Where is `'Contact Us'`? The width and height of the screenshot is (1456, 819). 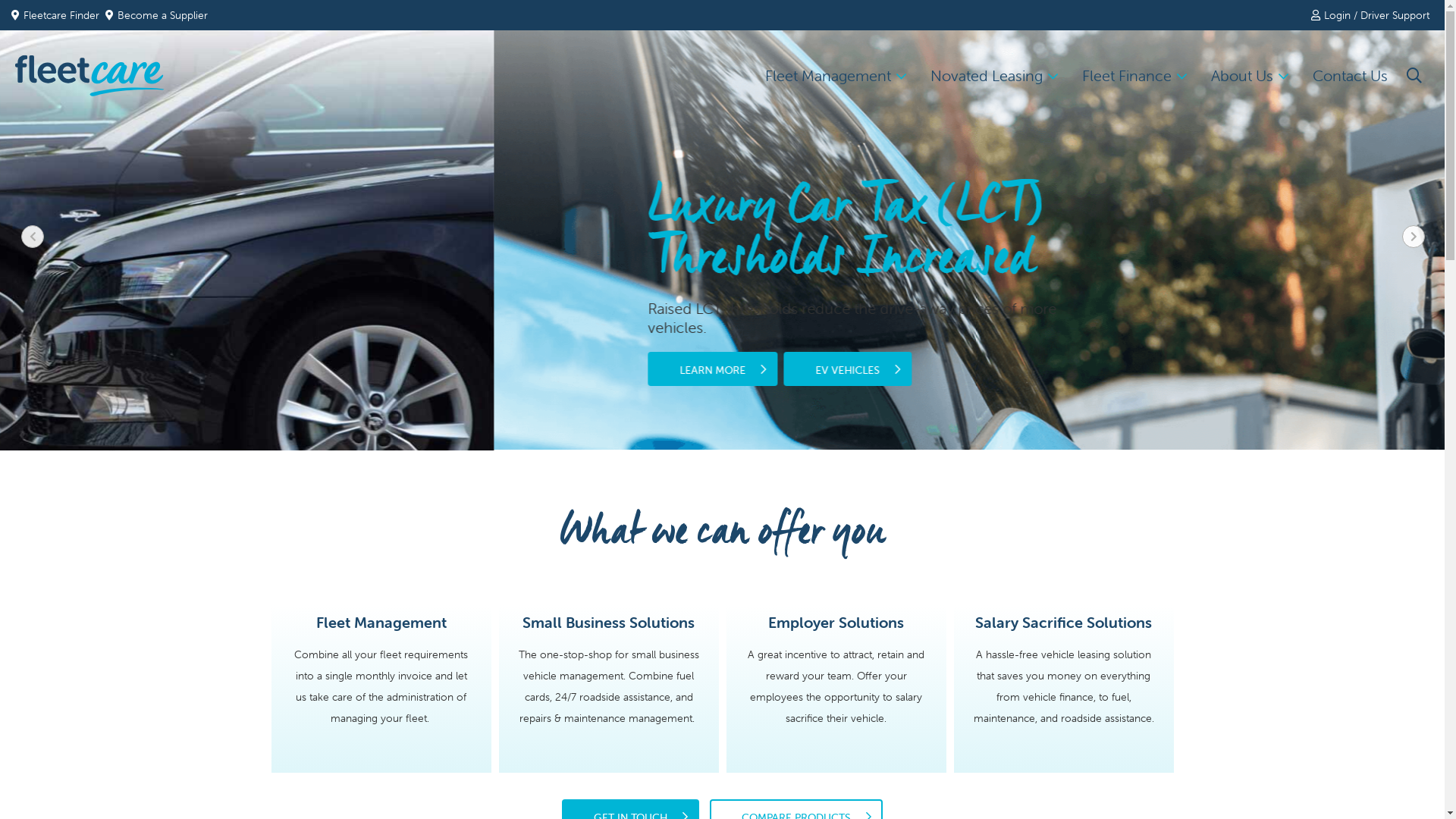 'Contact Us' is located at coordinates (1350, 76).